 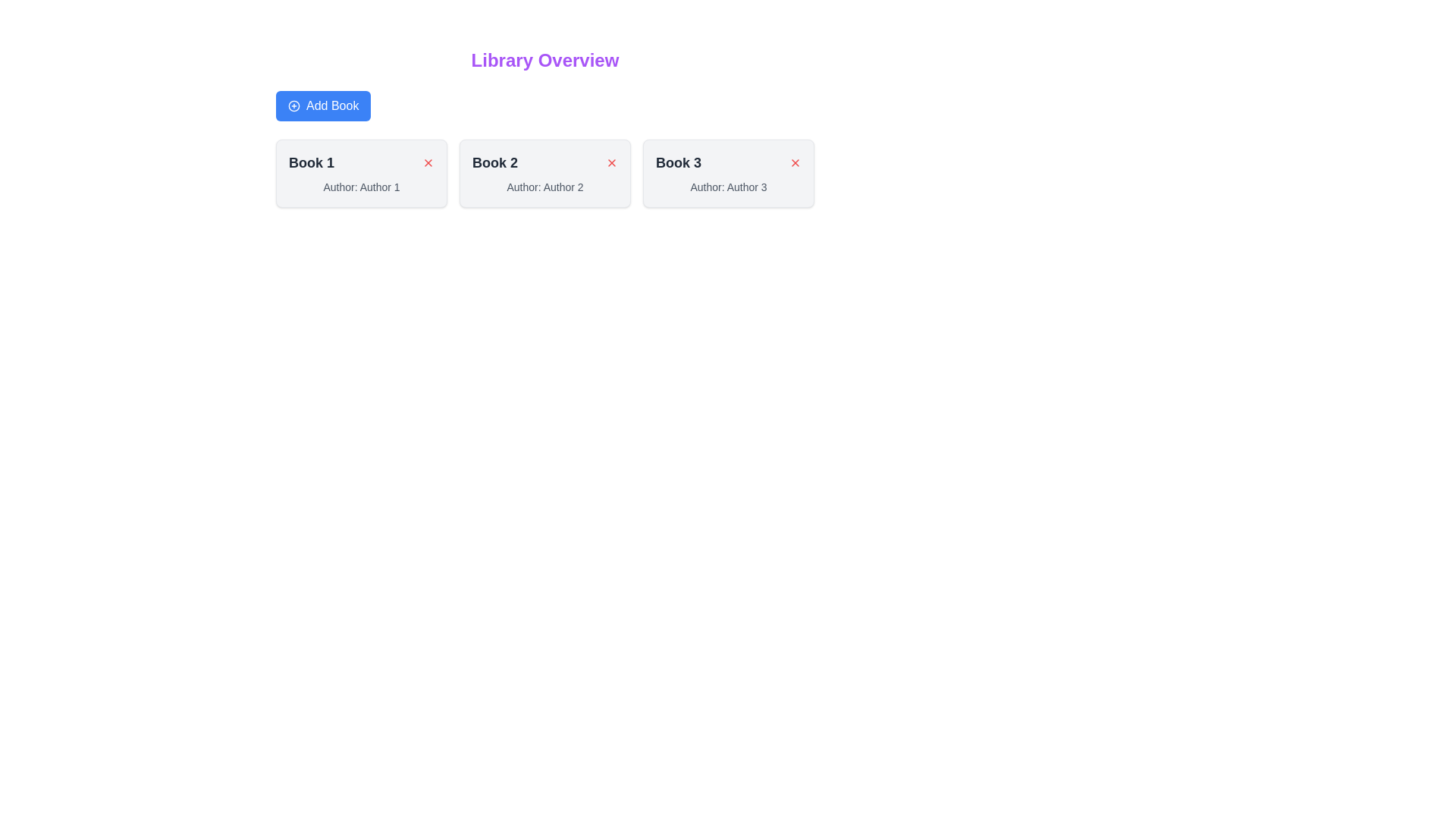 I want to click on text label displaying 'Author: Author 1' located in the top-left card for 'Book 1', so click(x=360, y=186).